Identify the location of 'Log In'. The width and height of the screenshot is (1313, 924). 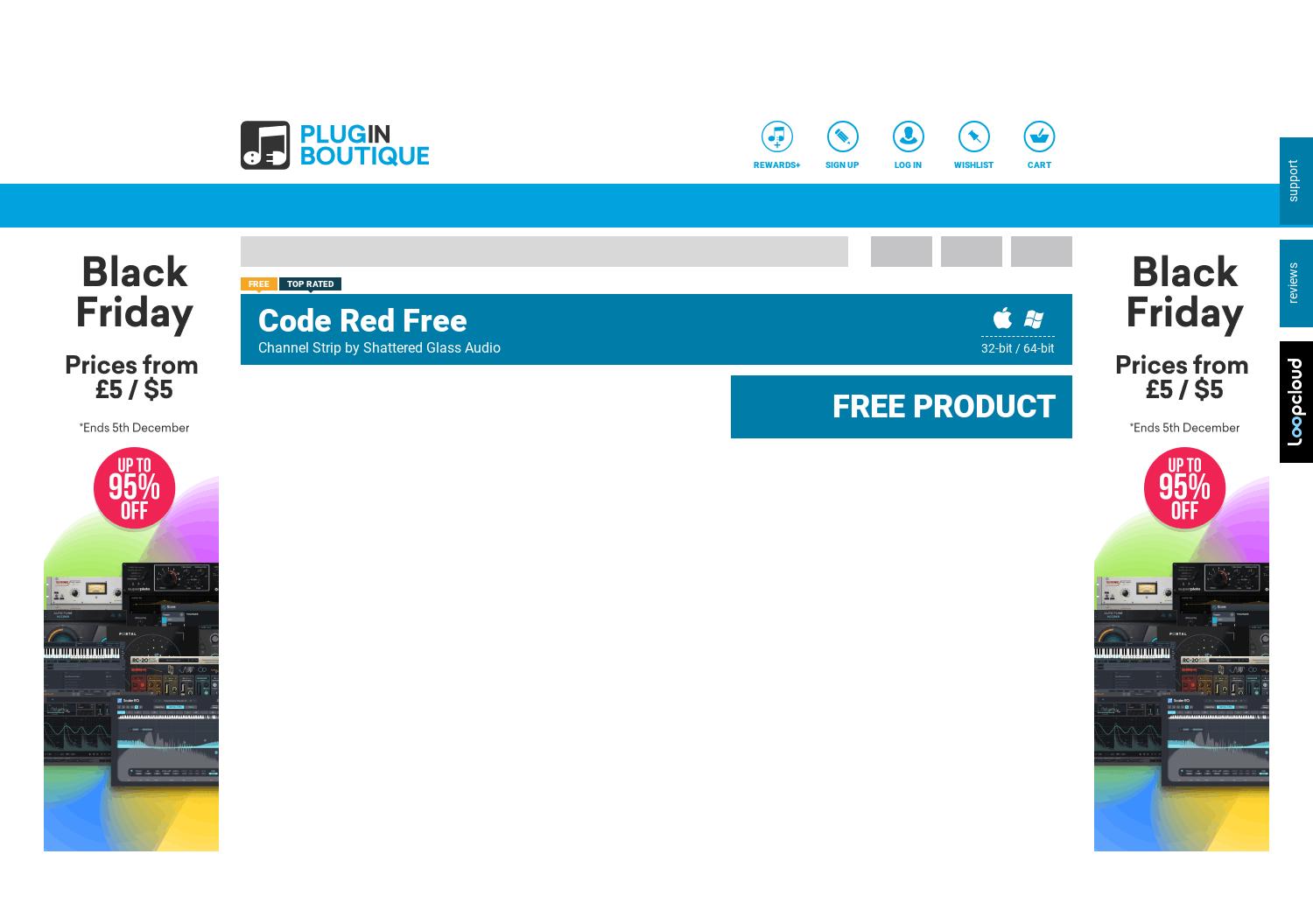
(908, 164).